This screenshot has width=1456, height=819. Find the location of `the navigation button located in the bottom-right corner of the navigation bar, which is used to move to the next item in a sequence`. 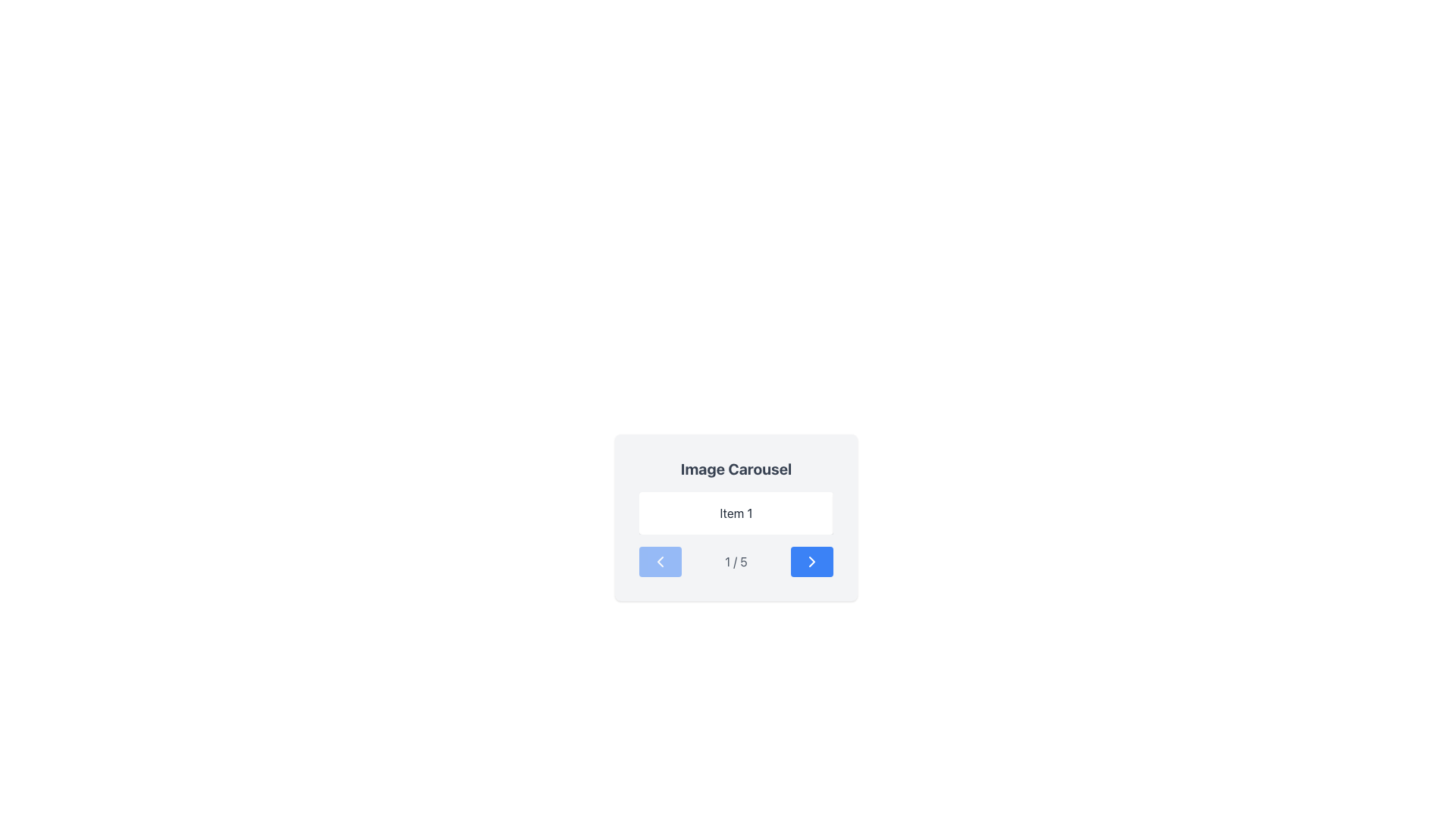

the navigation button located in the bottom-right corner of the navigation bar, which is used to move to the next item in a sequence is located at coordinates (811, 561).